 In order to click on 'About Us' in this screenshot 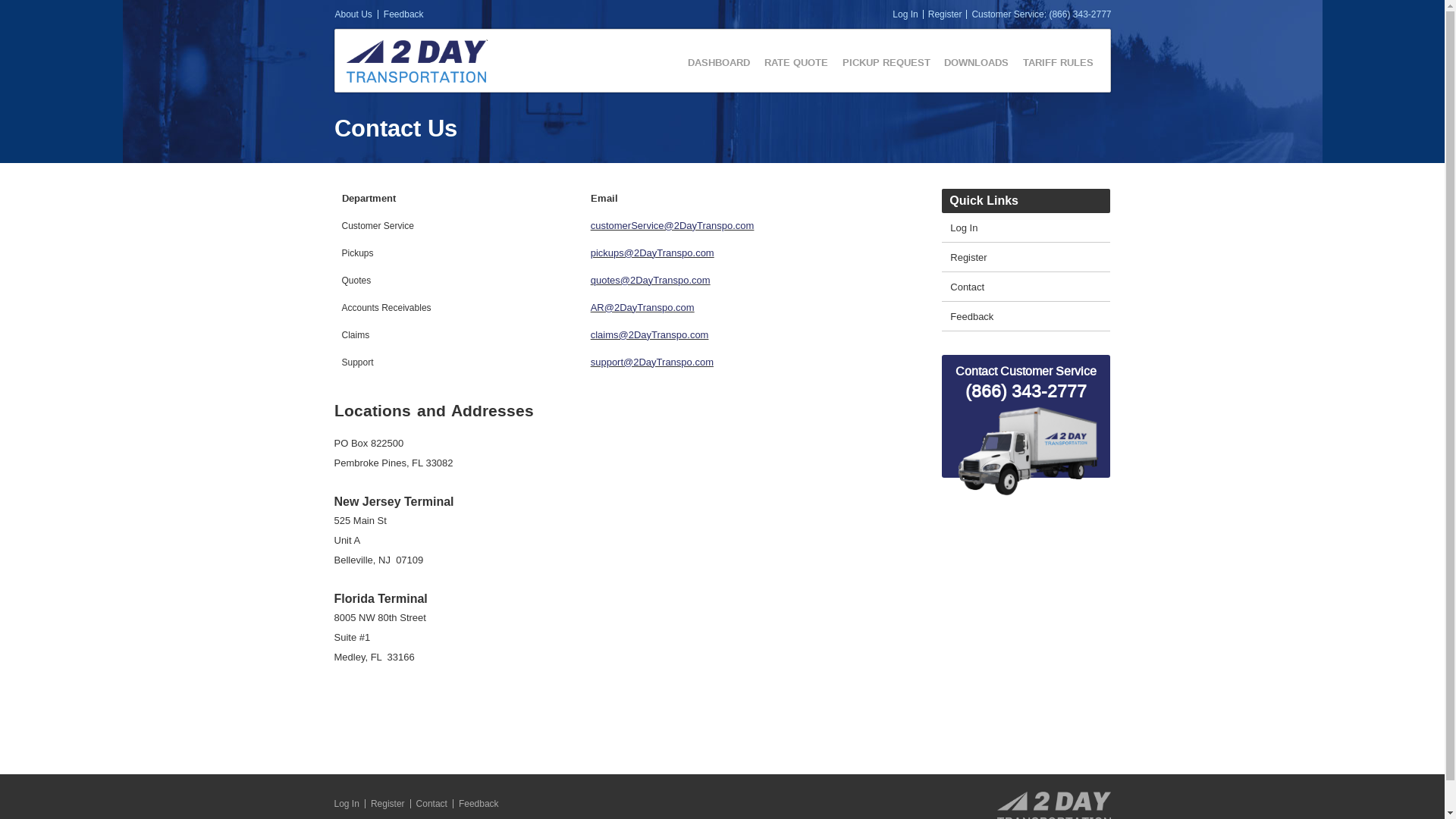, I will do `click(352, 14)`.